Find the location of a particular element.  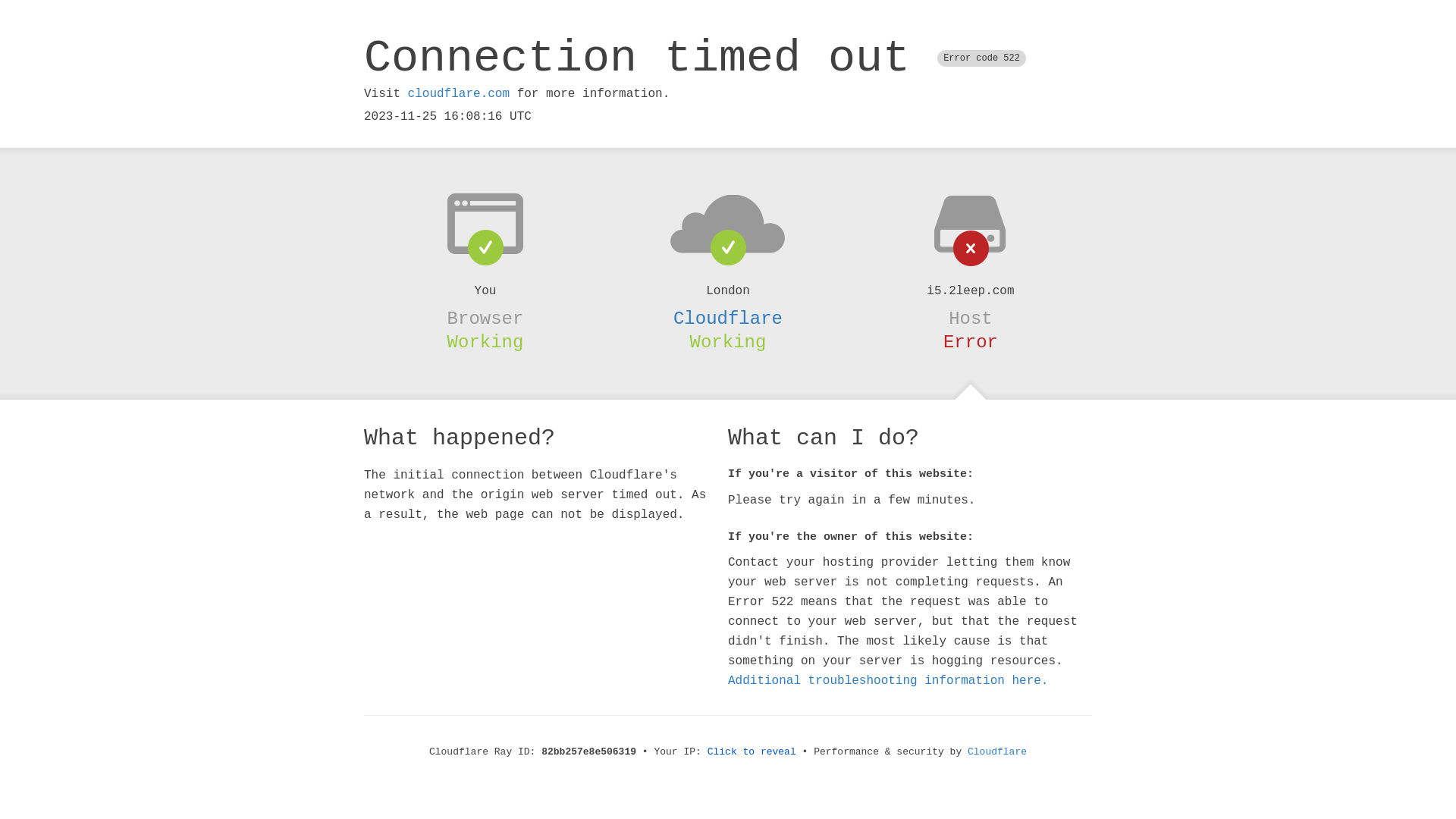

'cloudflare.com' is located at coordinates (457, 93).